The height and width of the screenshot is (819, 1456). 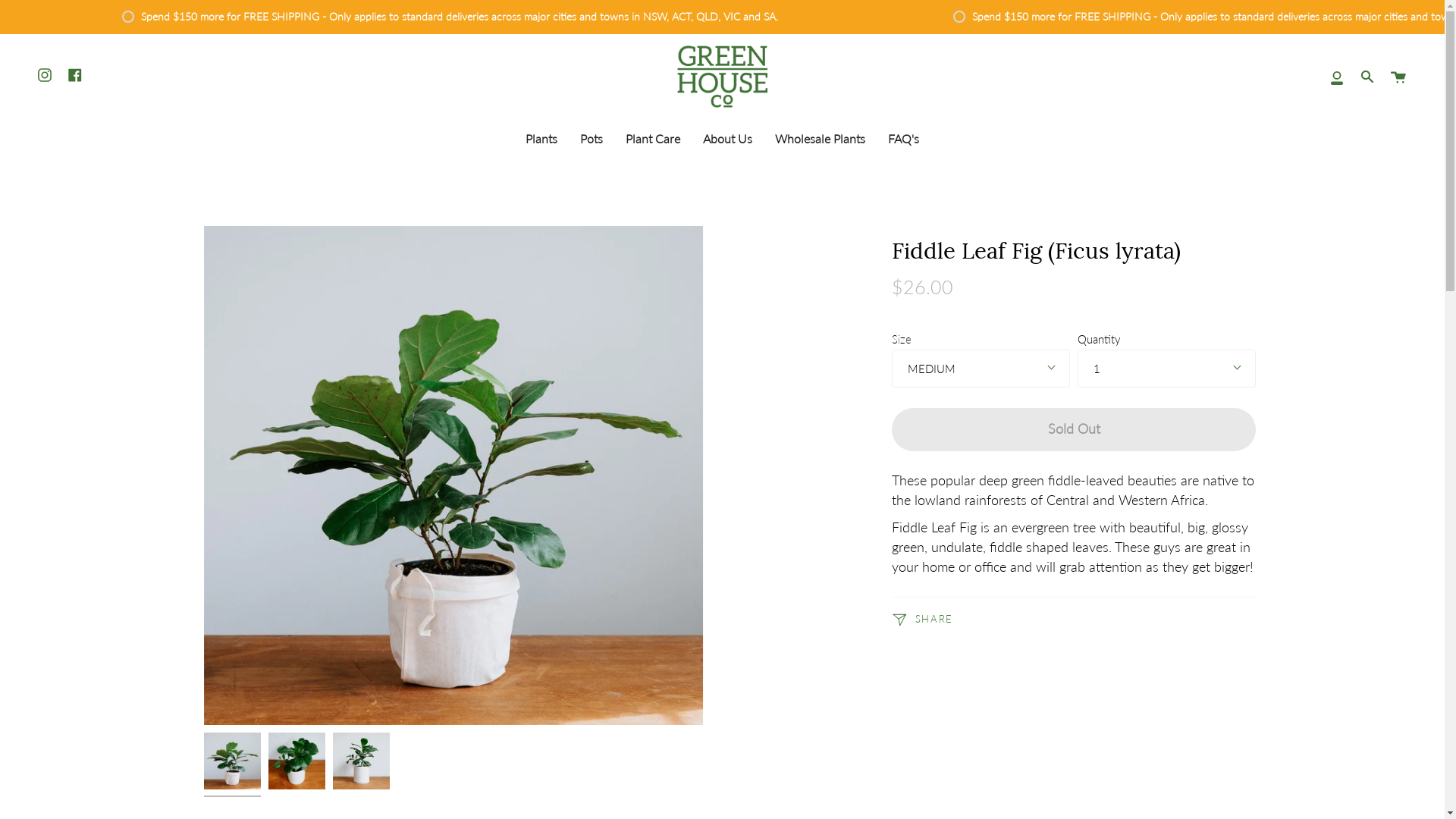 What do you see at coordinates (1166, 369) in the screenshot?
I see `'1'` at bounding box center [1166, 369].